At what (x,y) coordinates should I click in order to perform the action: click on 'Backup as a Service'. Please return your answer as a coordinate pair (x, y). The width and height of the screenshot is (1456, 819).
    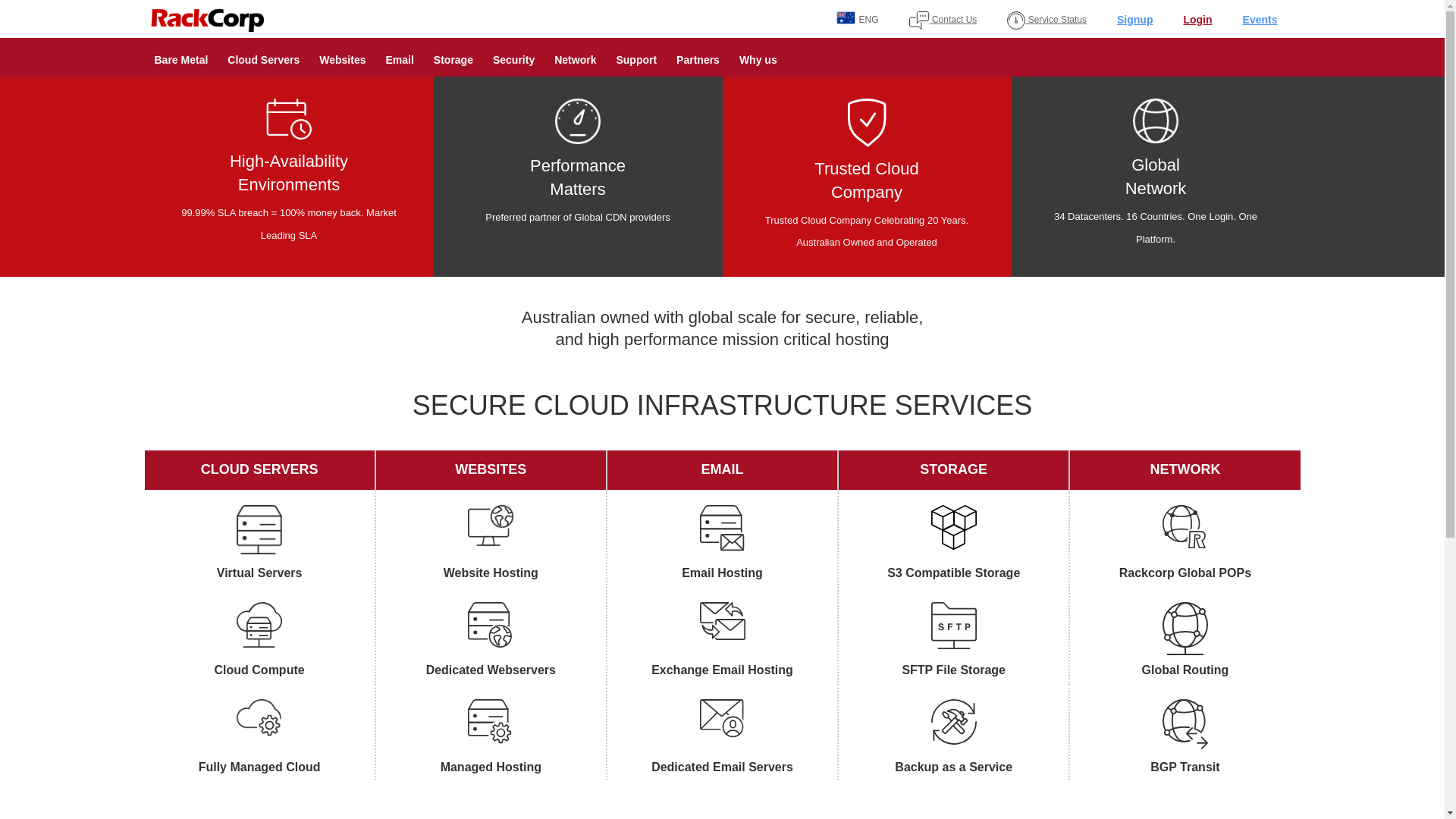
    Looking at the image, I should click on (952, 736).